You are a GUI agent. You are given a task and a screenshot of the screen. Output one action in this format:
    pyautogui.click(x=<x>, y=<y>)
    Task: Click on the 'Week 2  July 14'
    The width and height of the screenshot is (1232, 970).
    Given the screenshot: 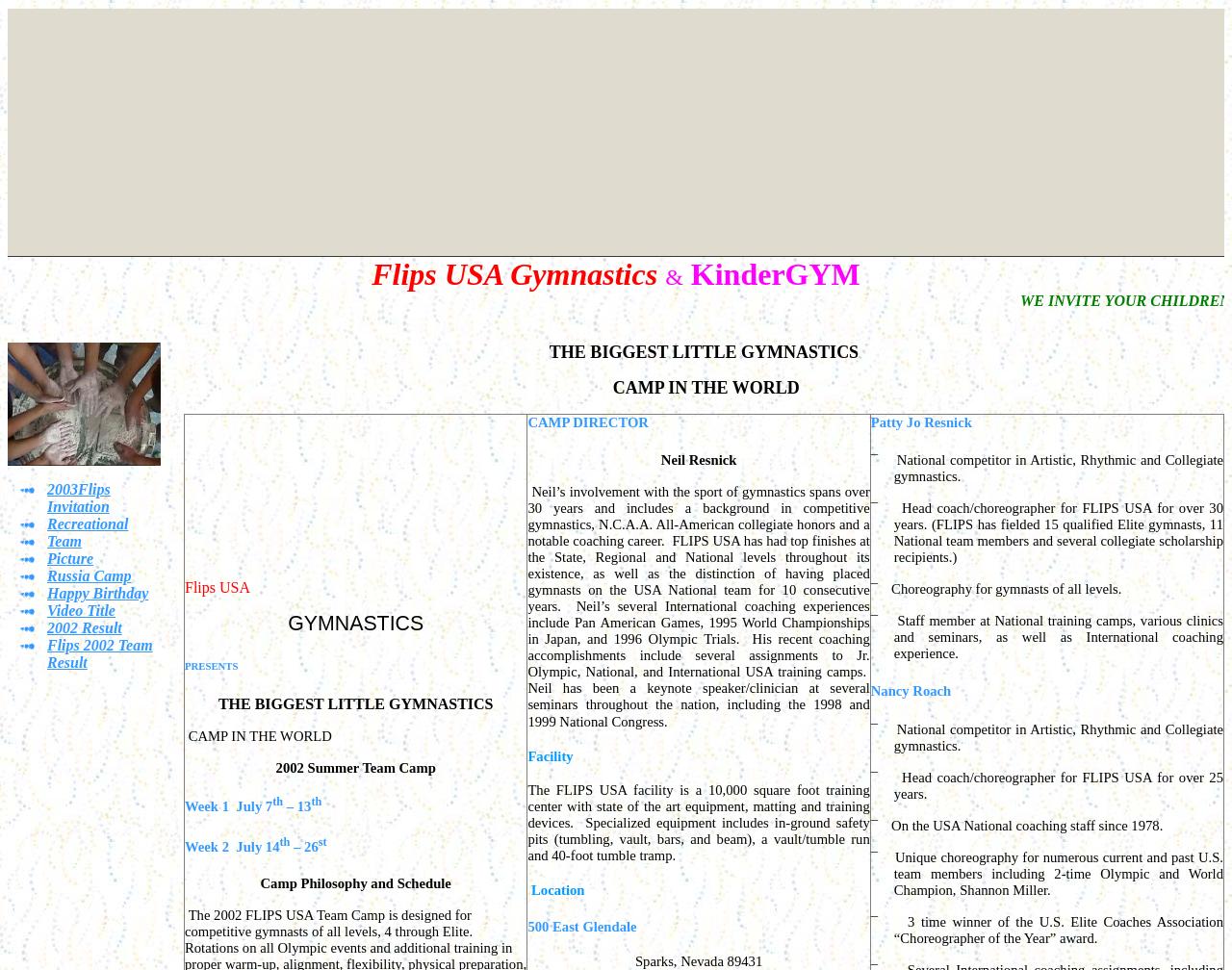 What is the action you would take?
    pyautogui.click(x=231, y=845)
    